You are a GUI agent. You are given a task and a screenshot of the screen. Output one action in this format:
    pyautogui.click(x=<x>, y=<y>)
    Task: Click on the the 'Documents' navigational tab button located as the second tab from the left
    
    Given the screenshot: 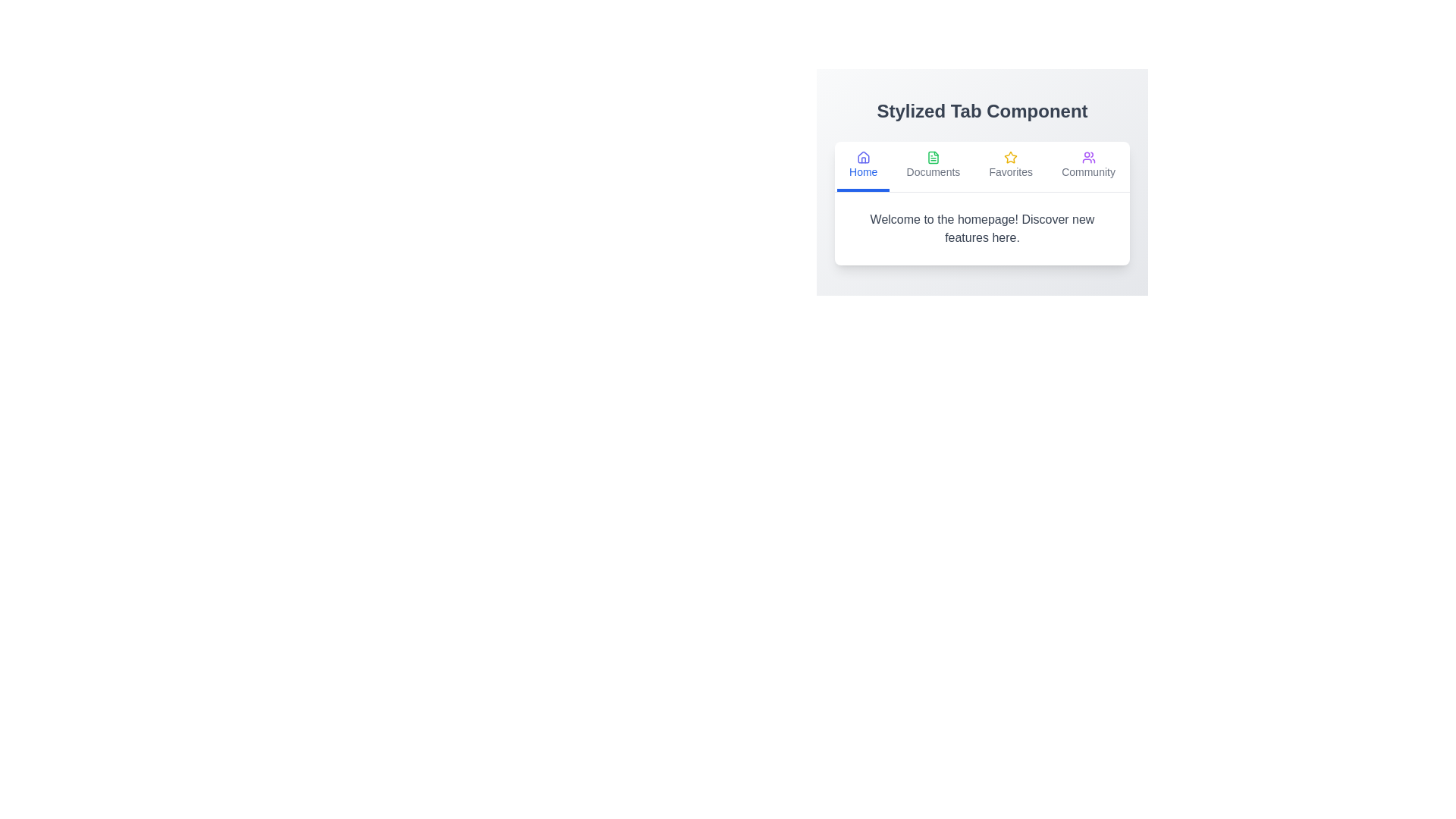 What is the action you would take?
    pyautogui.click(x=932, y=166)
    